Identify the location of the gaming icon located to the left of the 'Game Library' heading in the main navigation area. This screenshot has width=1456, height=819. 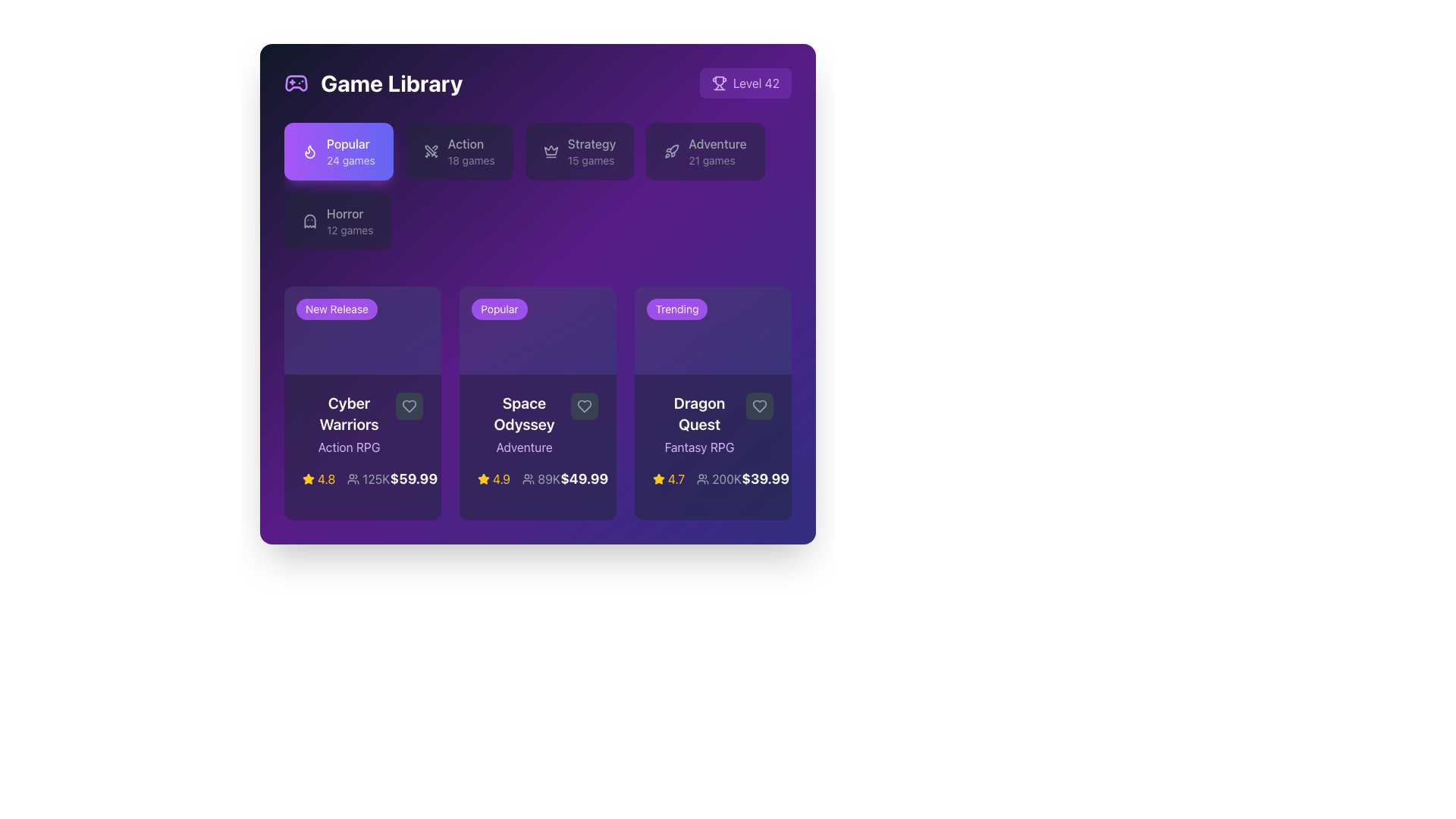
(296, 83).